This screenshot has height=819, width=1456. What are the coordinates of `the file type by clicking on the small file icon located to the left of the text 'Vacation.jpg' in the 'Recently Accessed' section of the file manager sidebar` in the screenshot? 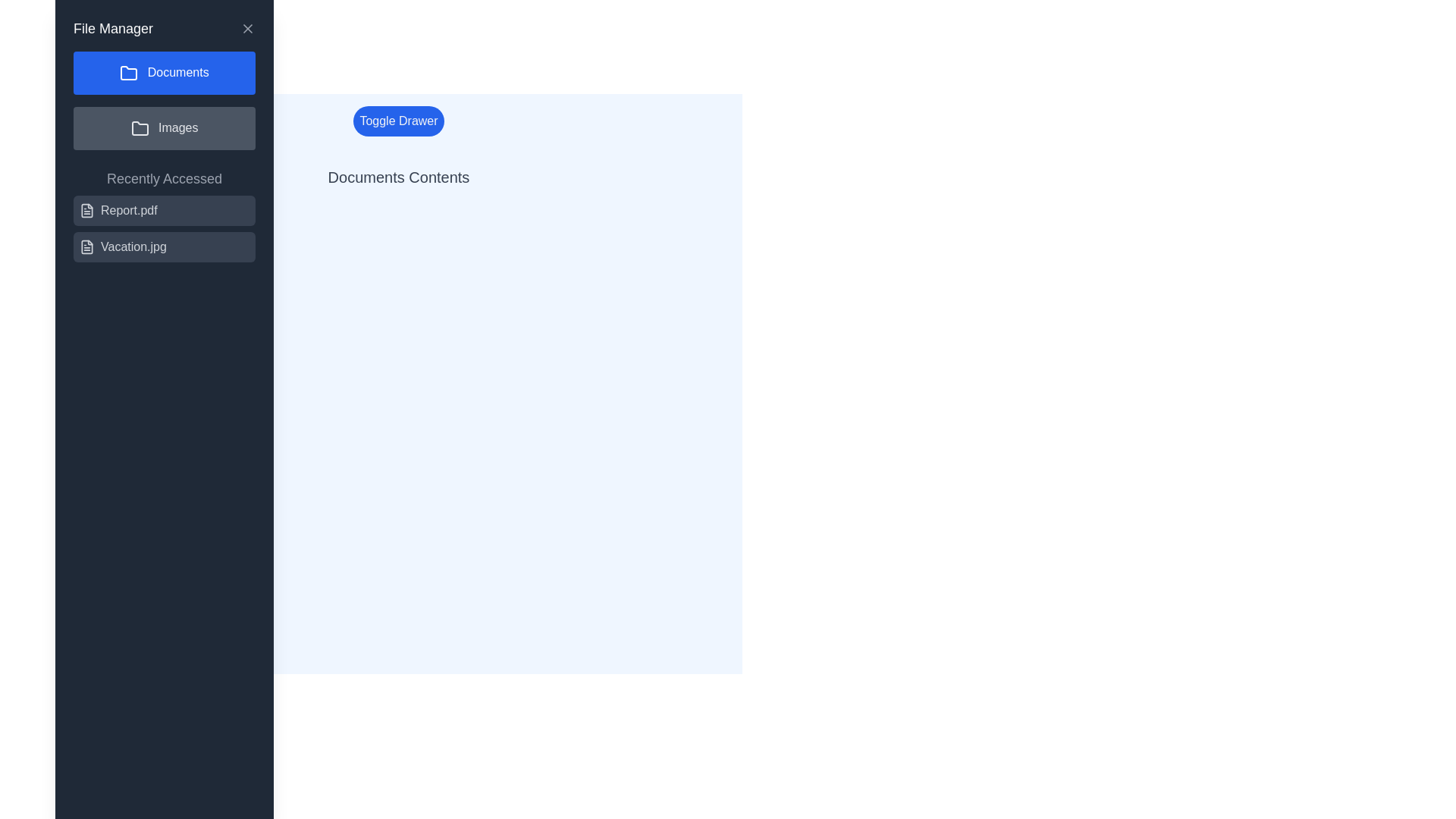 It's located at (86, 245).